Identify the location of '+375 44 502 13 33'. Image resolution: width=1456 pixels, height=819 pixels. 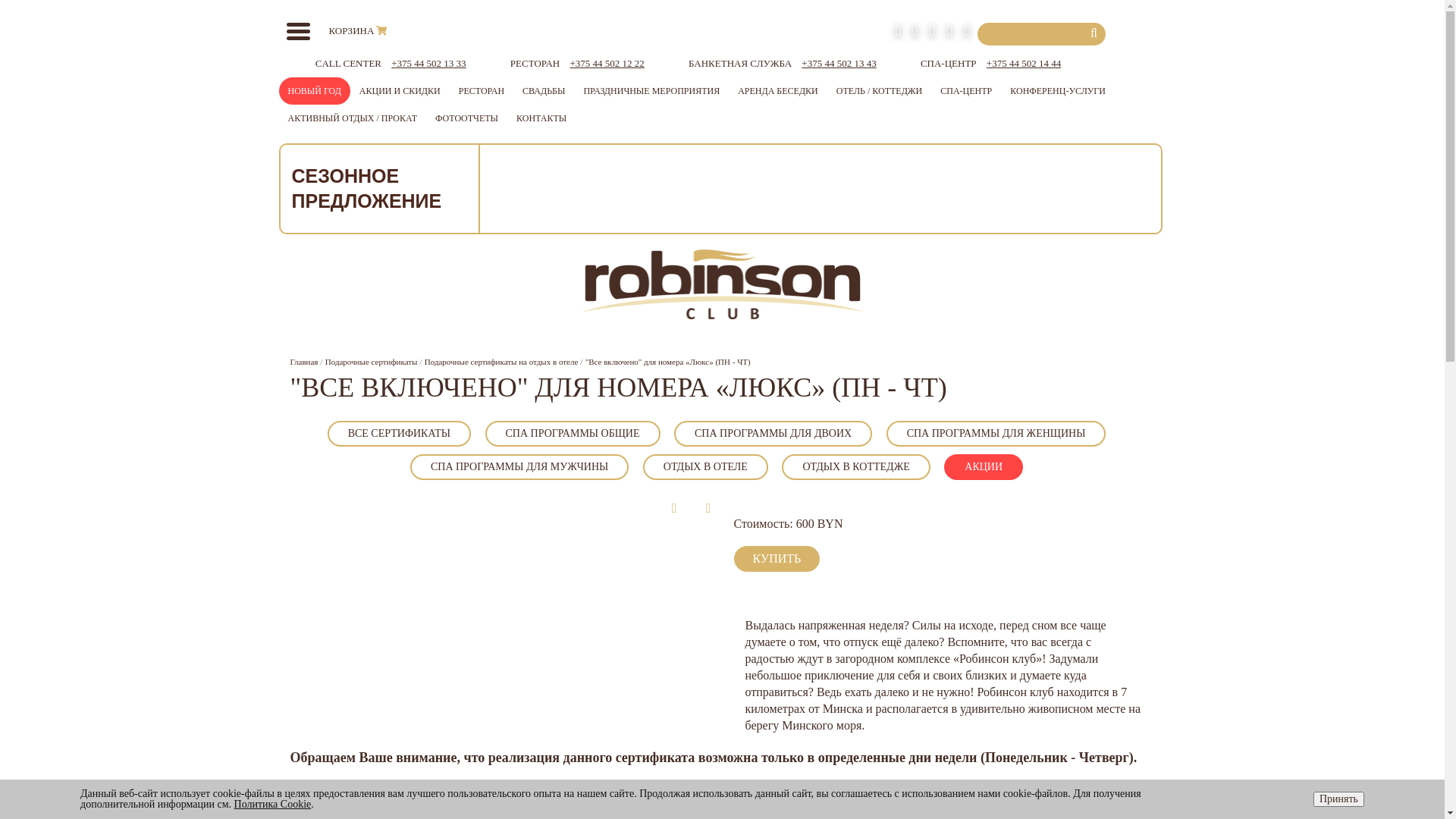
(391, 62).